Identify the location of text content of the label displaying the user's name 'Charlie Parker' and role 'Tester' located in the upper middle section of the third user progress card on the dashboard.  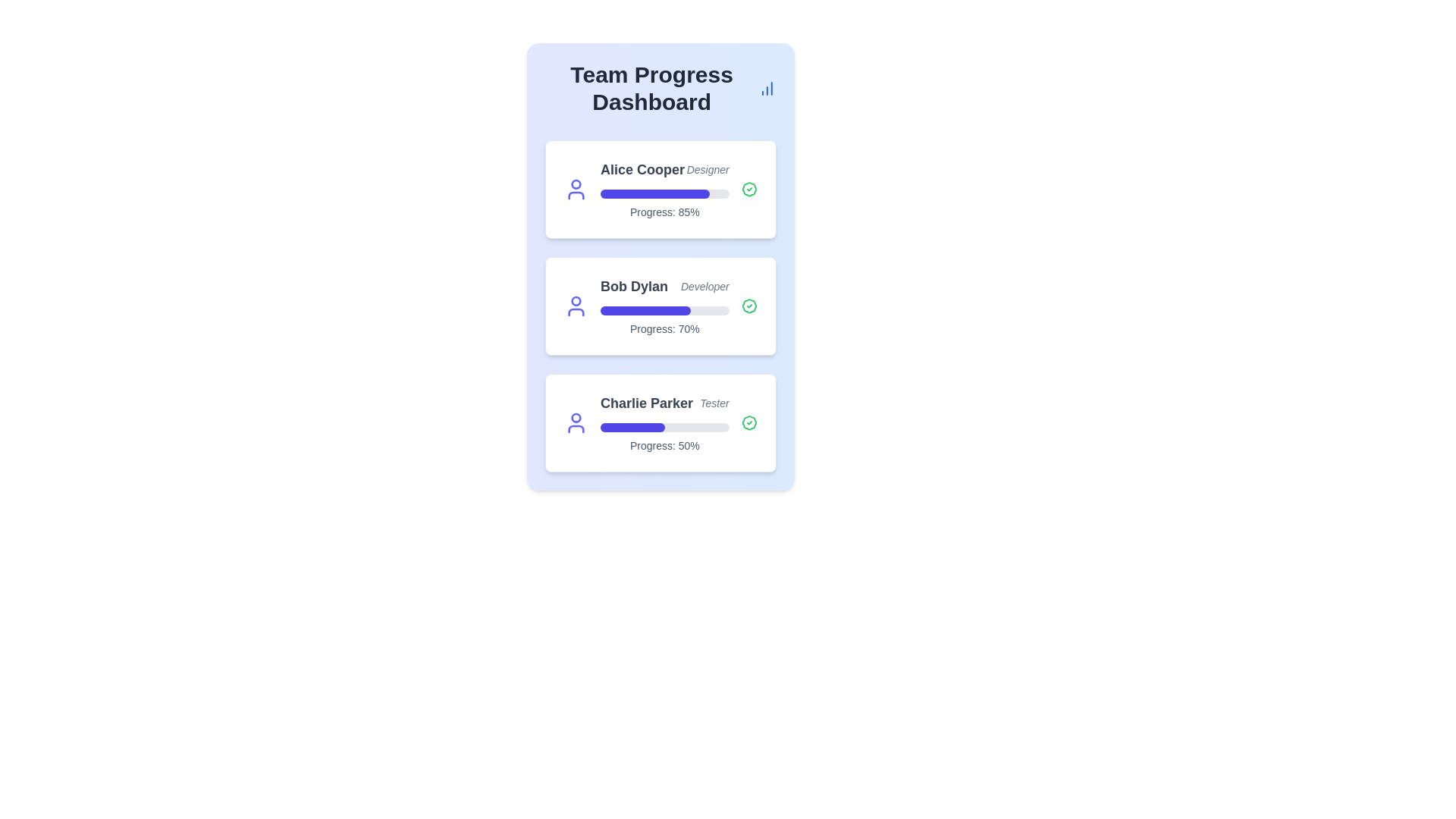
(664, 403).